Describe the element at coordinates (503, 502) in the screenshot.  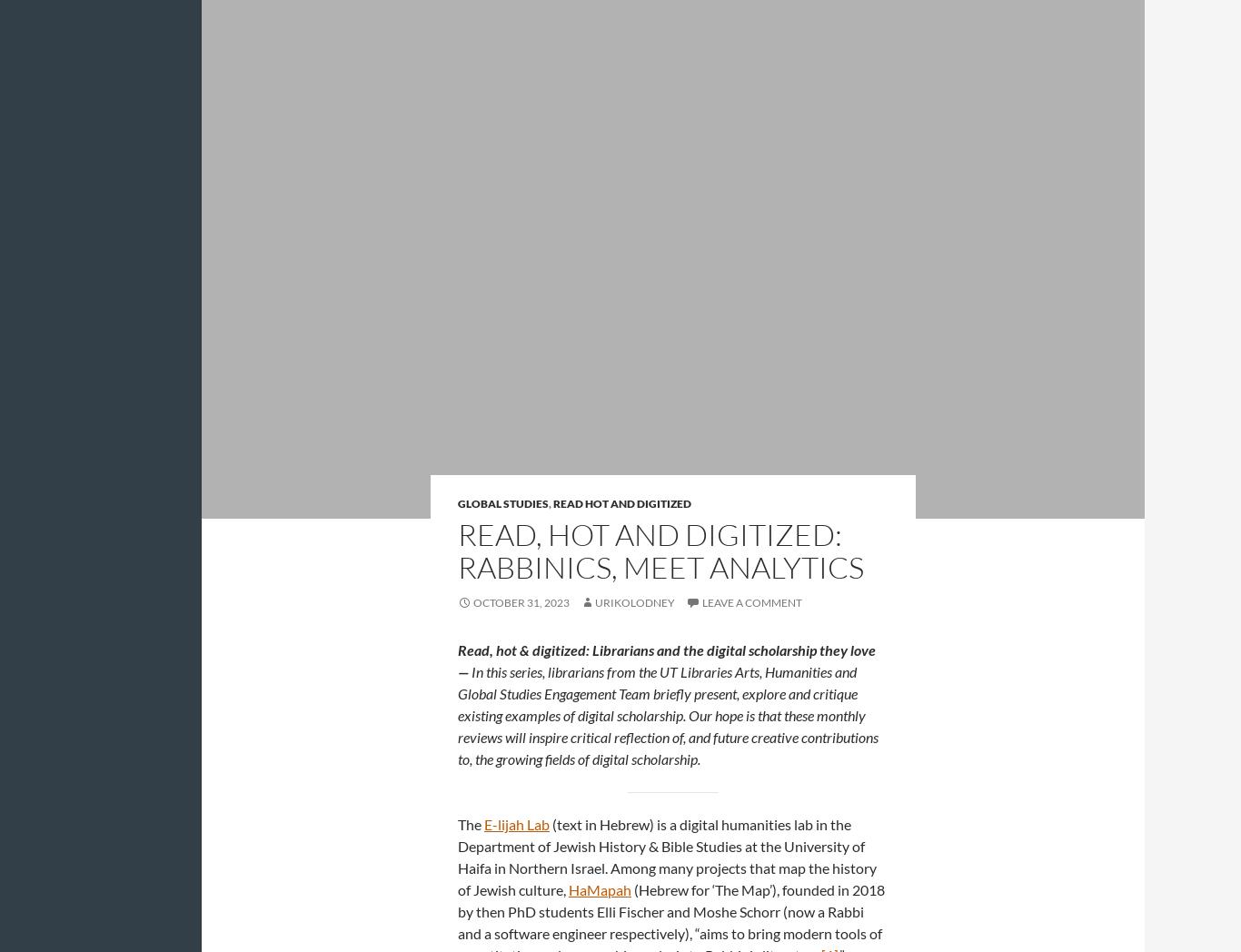
I see `'Global Studies'` at that location.